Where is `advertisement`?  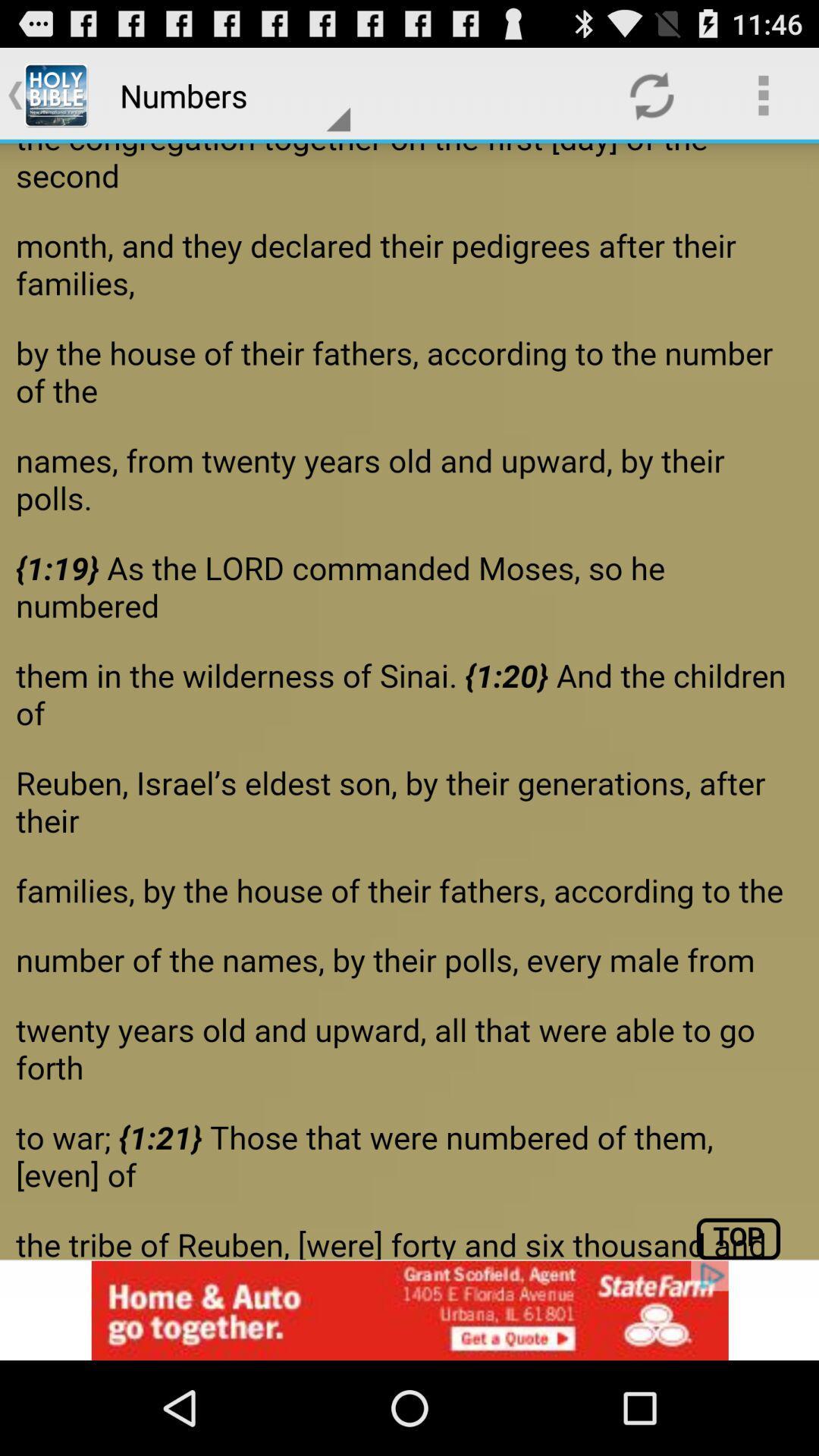
advertisement is located at coordinates (409, 1310).